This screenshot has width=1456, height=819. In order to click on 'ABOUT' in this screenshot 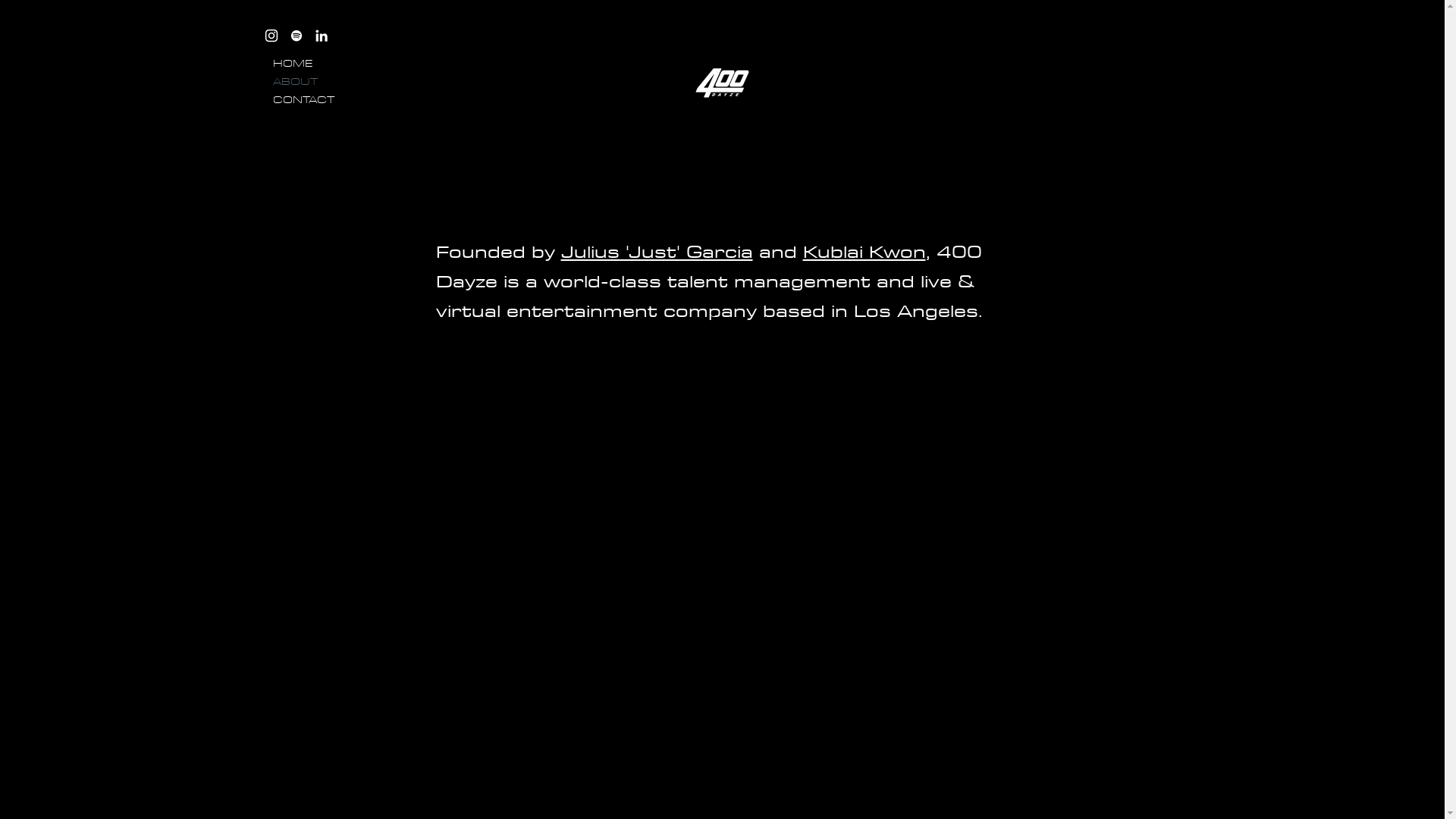, I will do `click(305, 82)`.